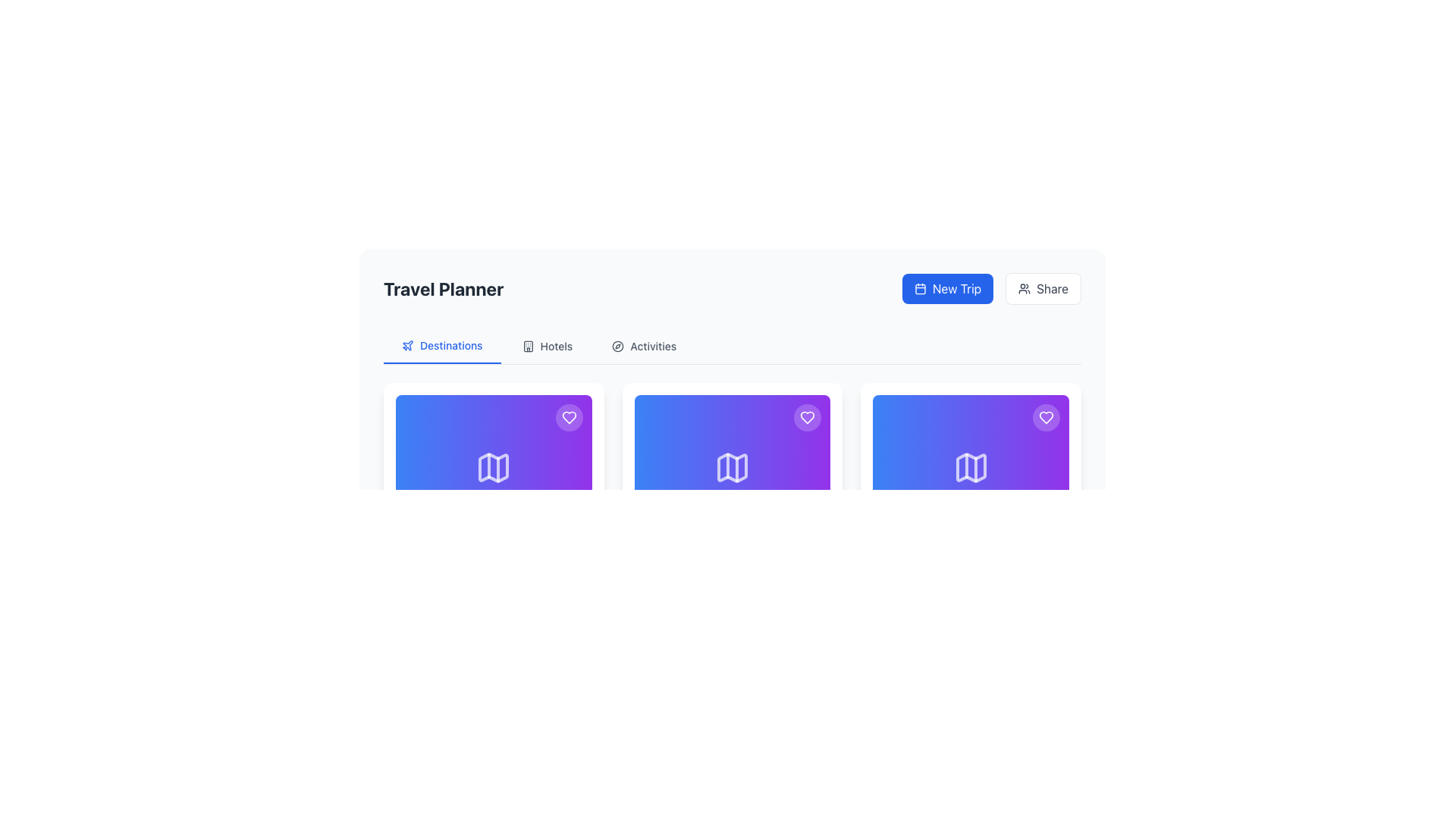  Describe the element at coordinates (920, 289) in the screenshot. I see `the small, square, blue icon with rounded corners located within the calendar icon, adjacent to the 'New Trip' button` at that location.